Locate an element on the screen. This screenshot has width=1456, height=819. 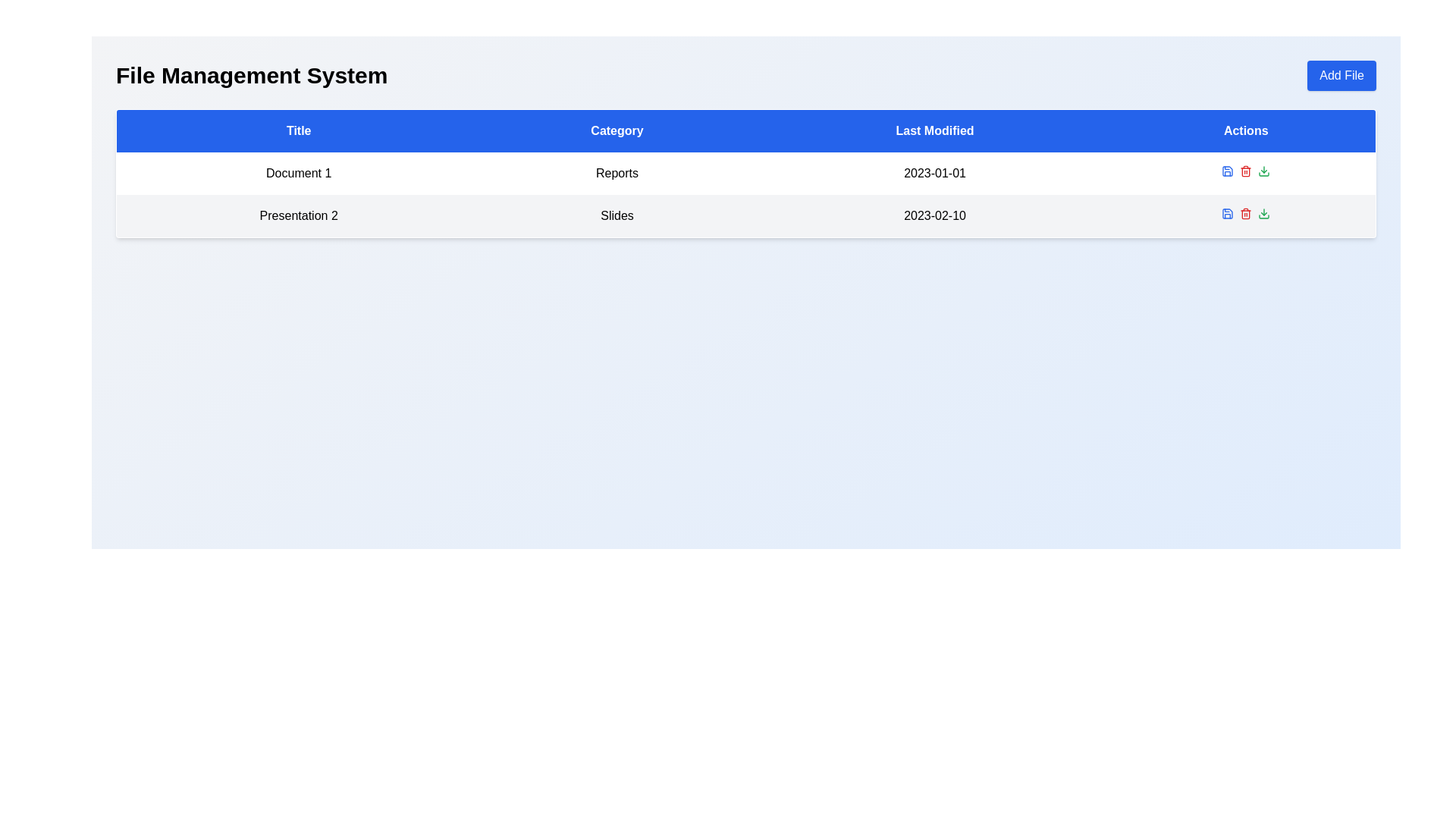
the green download icon located in the 'Actions' column of the table, which is the third icon from the left in the horizontal group of action icons is located at coordinates (1264, 213).